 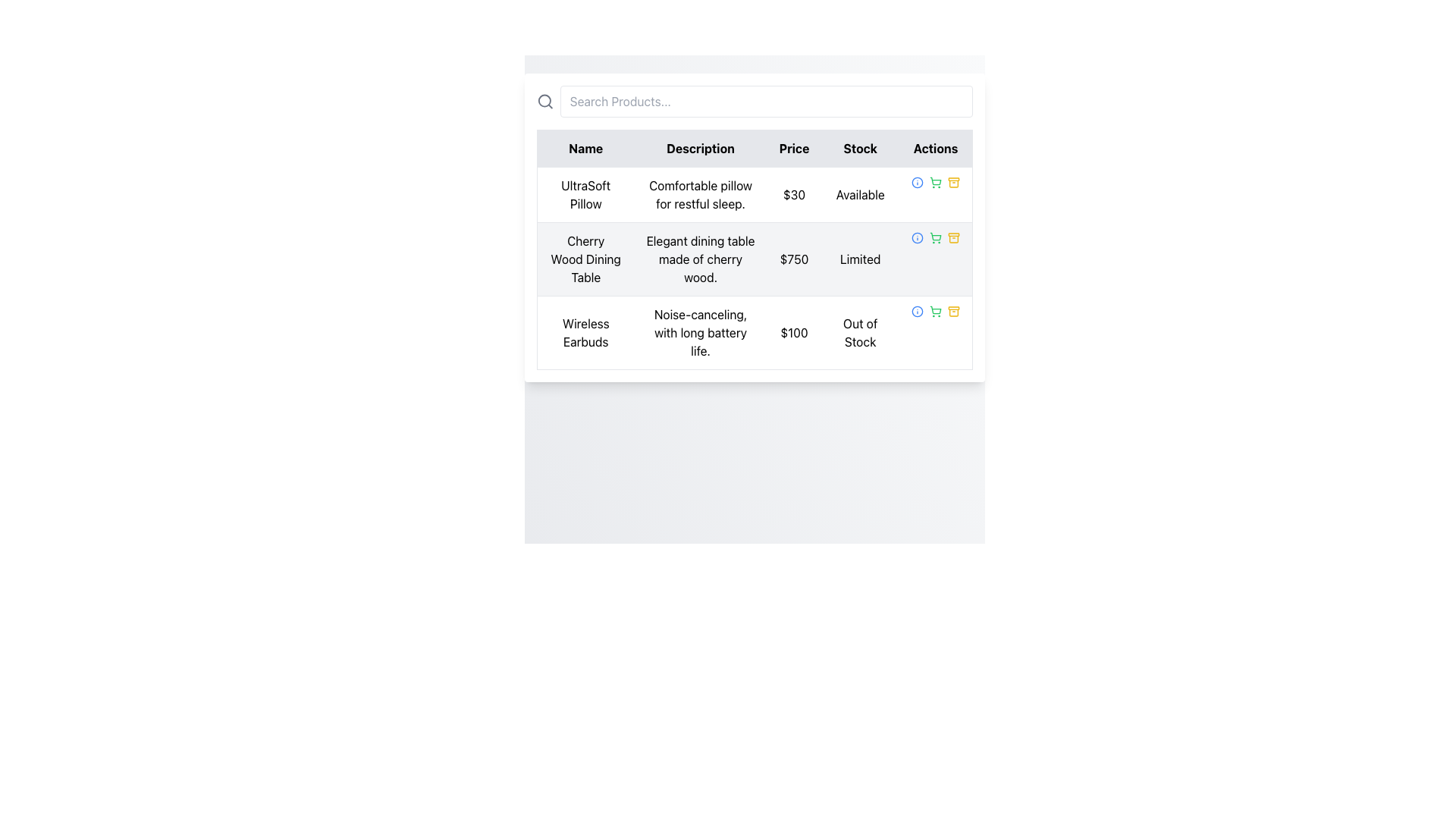 I want to click on the 'Add to Cart' button for the 'UltraSoft Pillow' item to trigger the hover effect, so click(x=934, y=181).